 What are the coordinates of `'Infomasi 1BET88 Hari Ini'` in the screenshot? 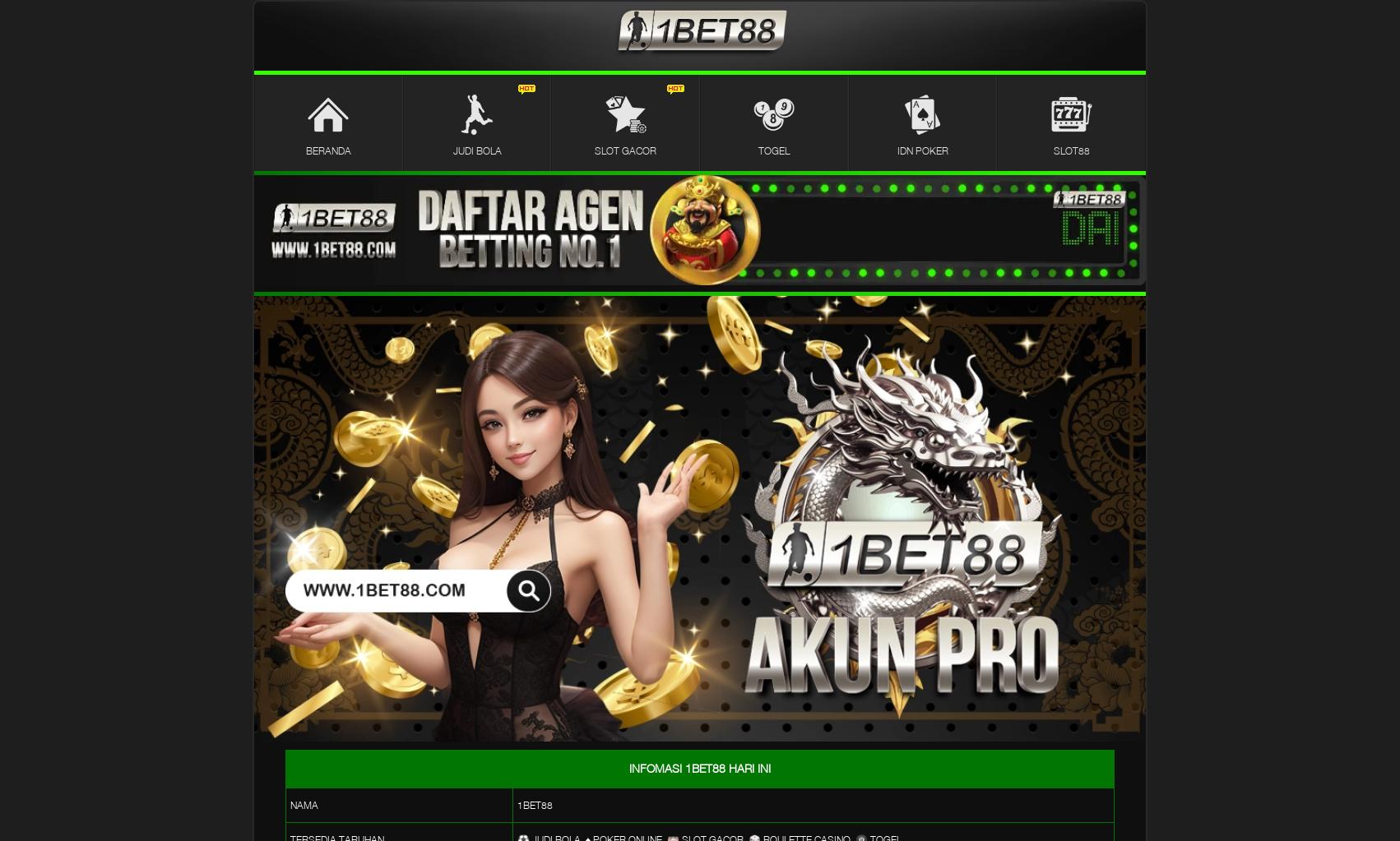 It's located at (700, 767).